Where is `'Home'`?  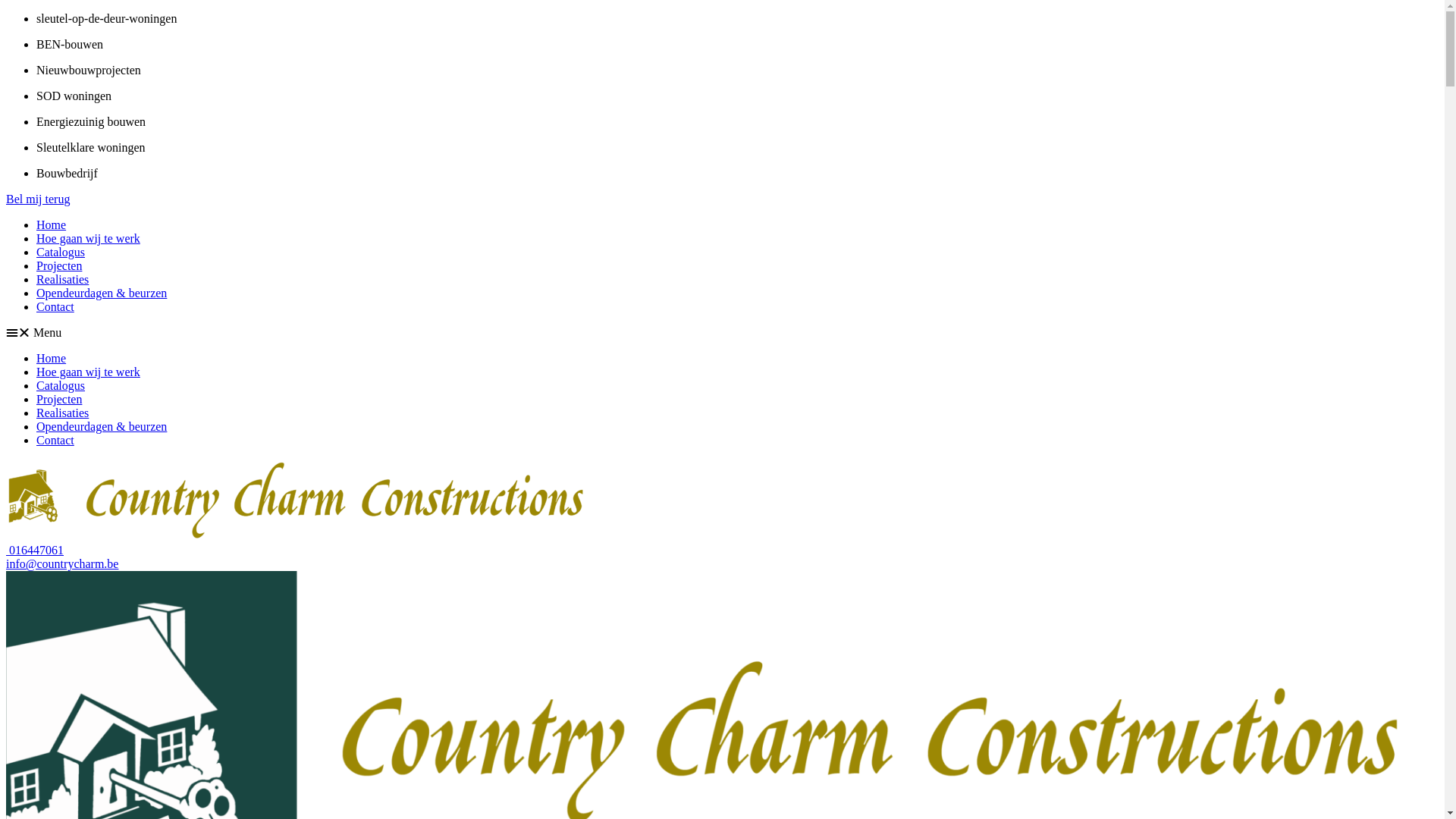
'Home' is located at coordinates (51, 358).